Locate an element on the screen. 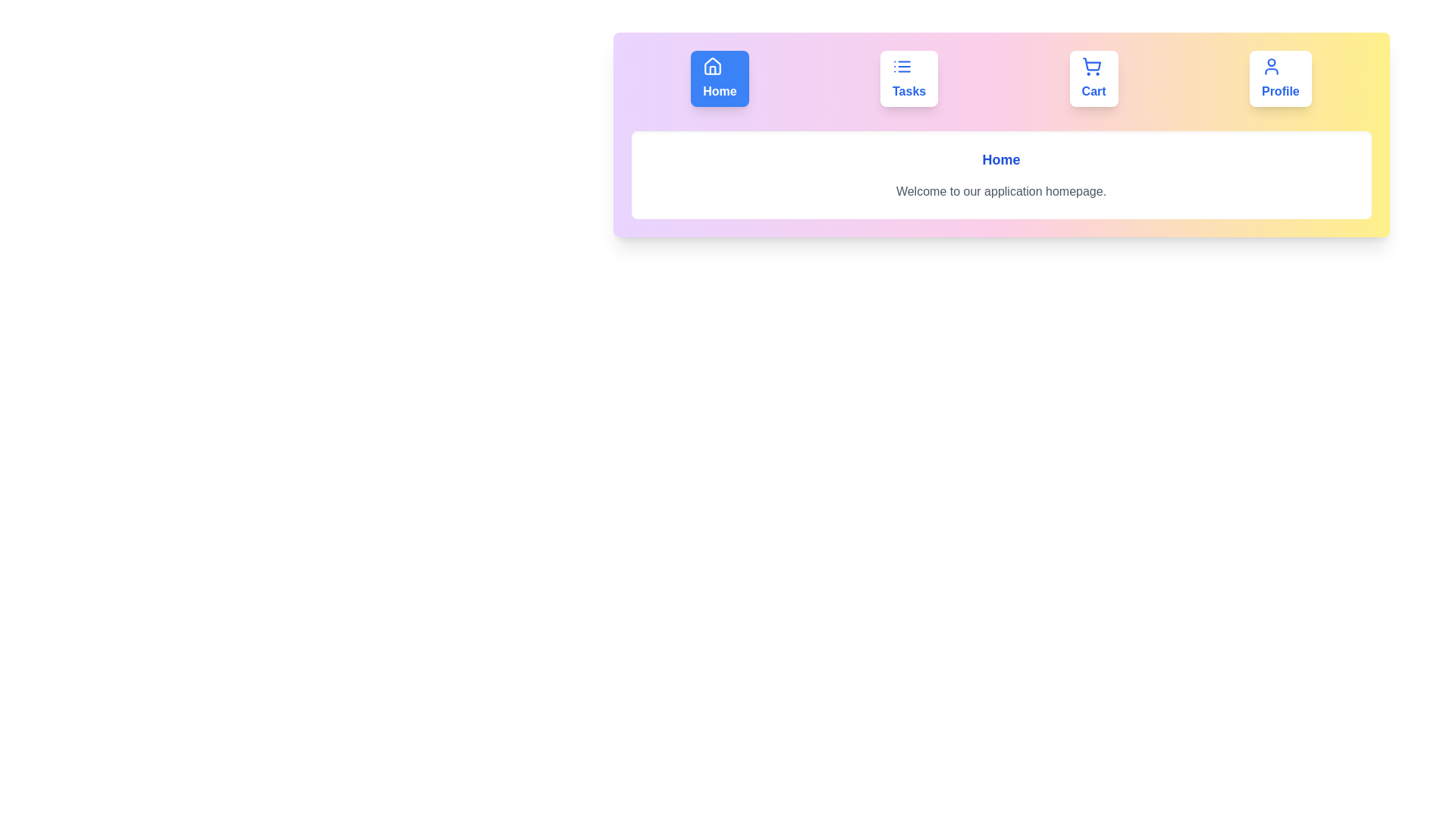  the tab labeled 'Home' is located at coordinates (719, 79).